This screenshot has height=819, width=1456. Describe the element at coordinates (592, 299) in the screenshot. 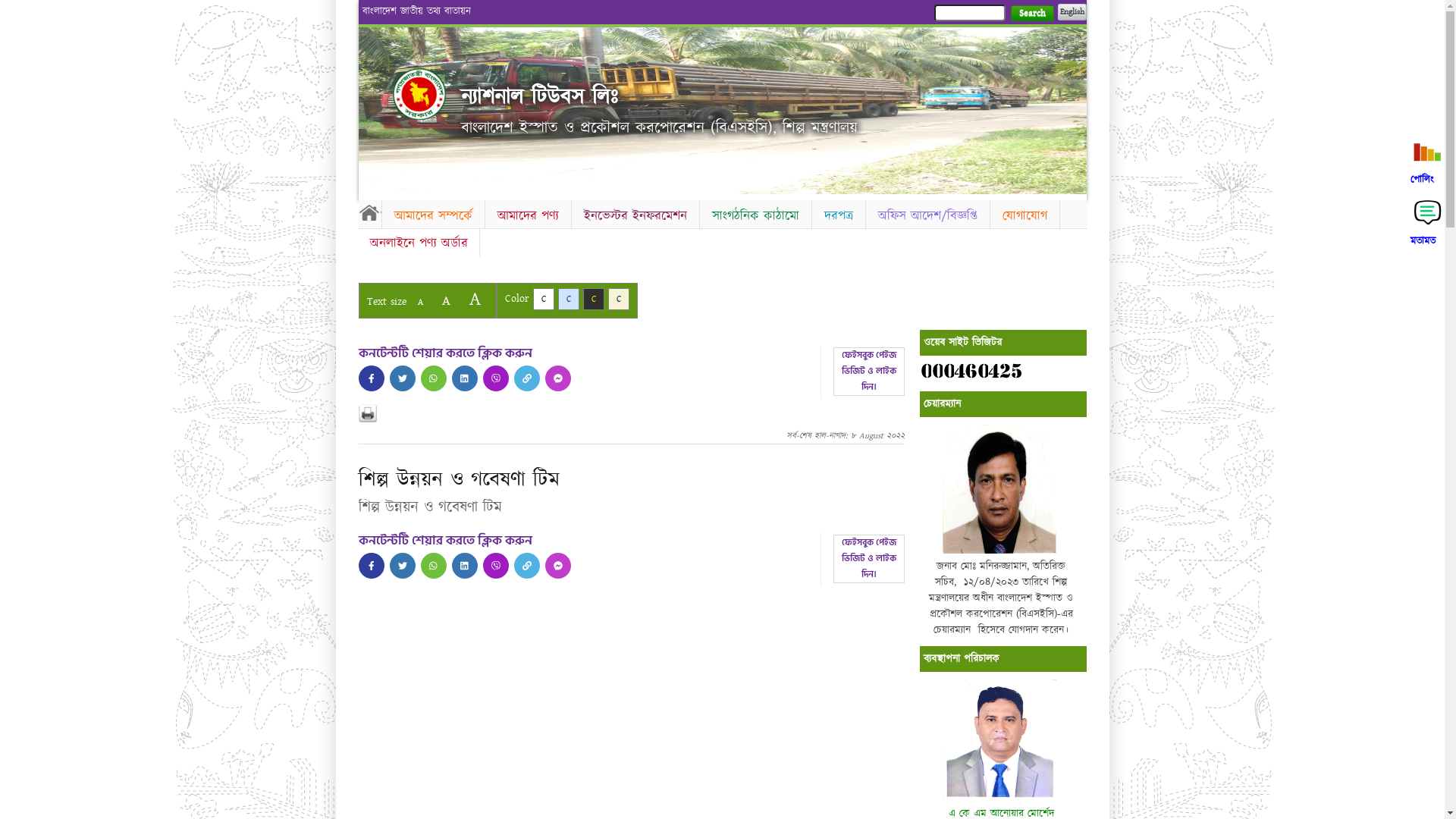

I see `'C'` at that location.